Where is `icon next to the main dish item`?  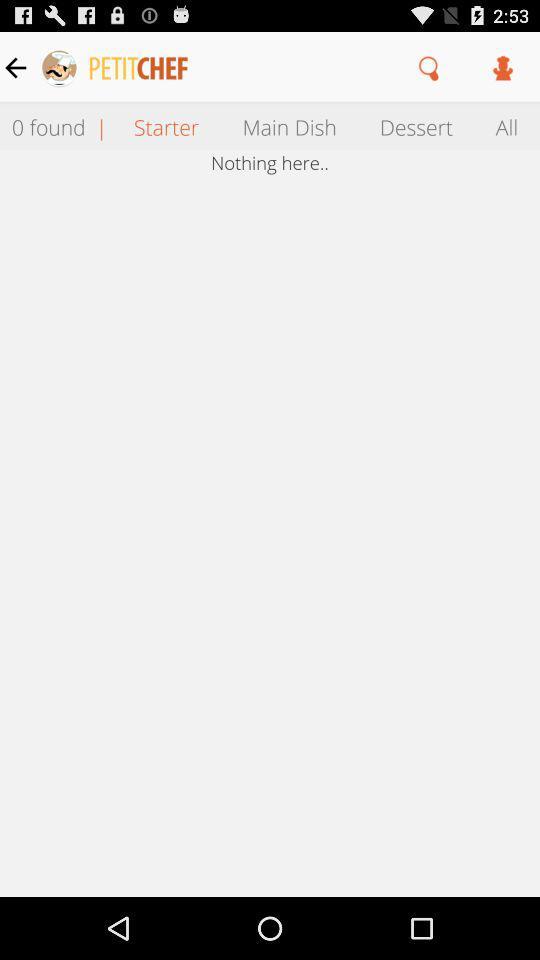 icon next to the main dish item is located at coordinates (415, 125).